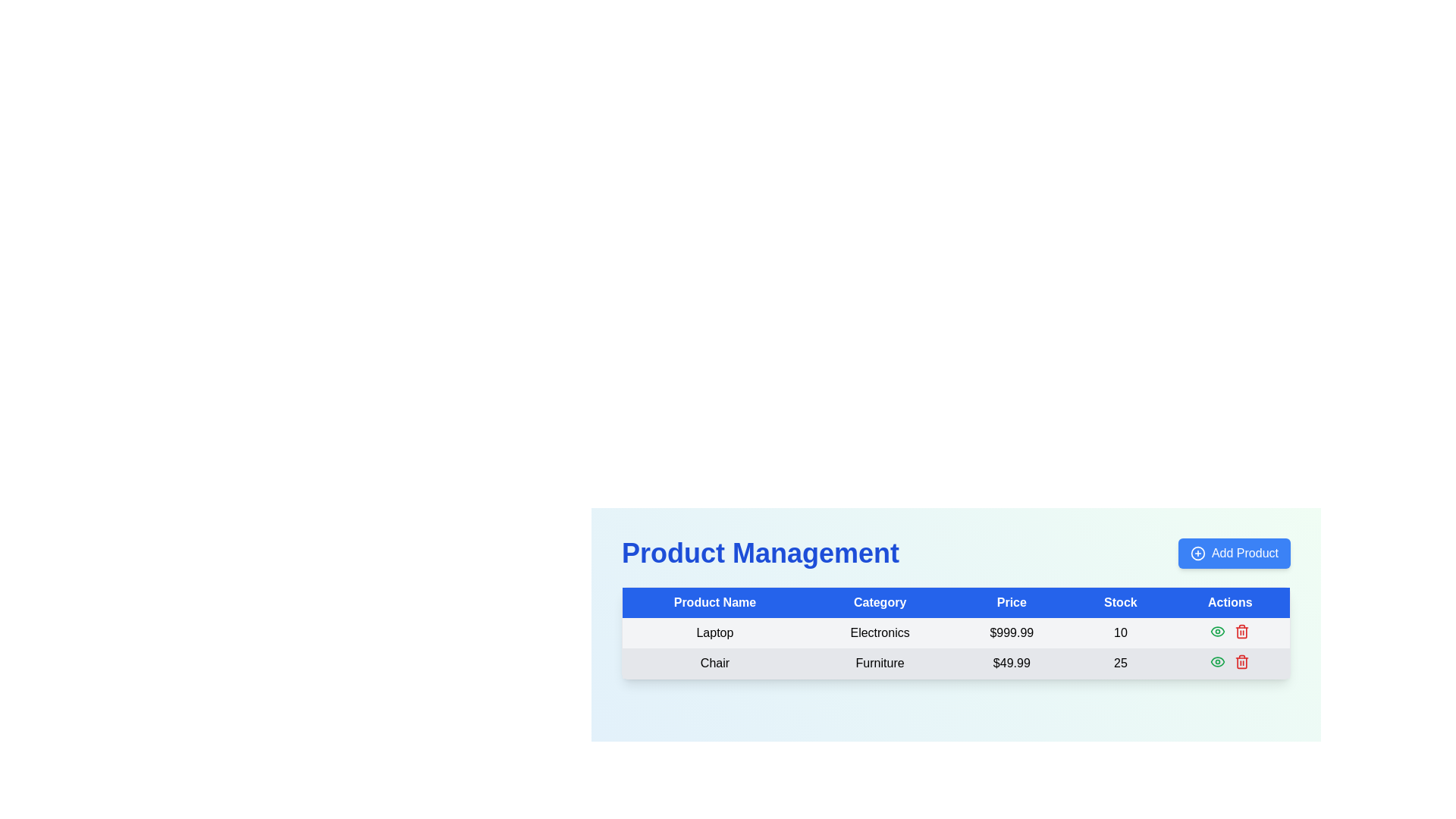  I want to click on the table cell displaying 'Electronics' in bold black font, centered within a light gray background, located in the second column of the first data row under the 'Category' header in the 'Product Management' table, so click(880, 632).